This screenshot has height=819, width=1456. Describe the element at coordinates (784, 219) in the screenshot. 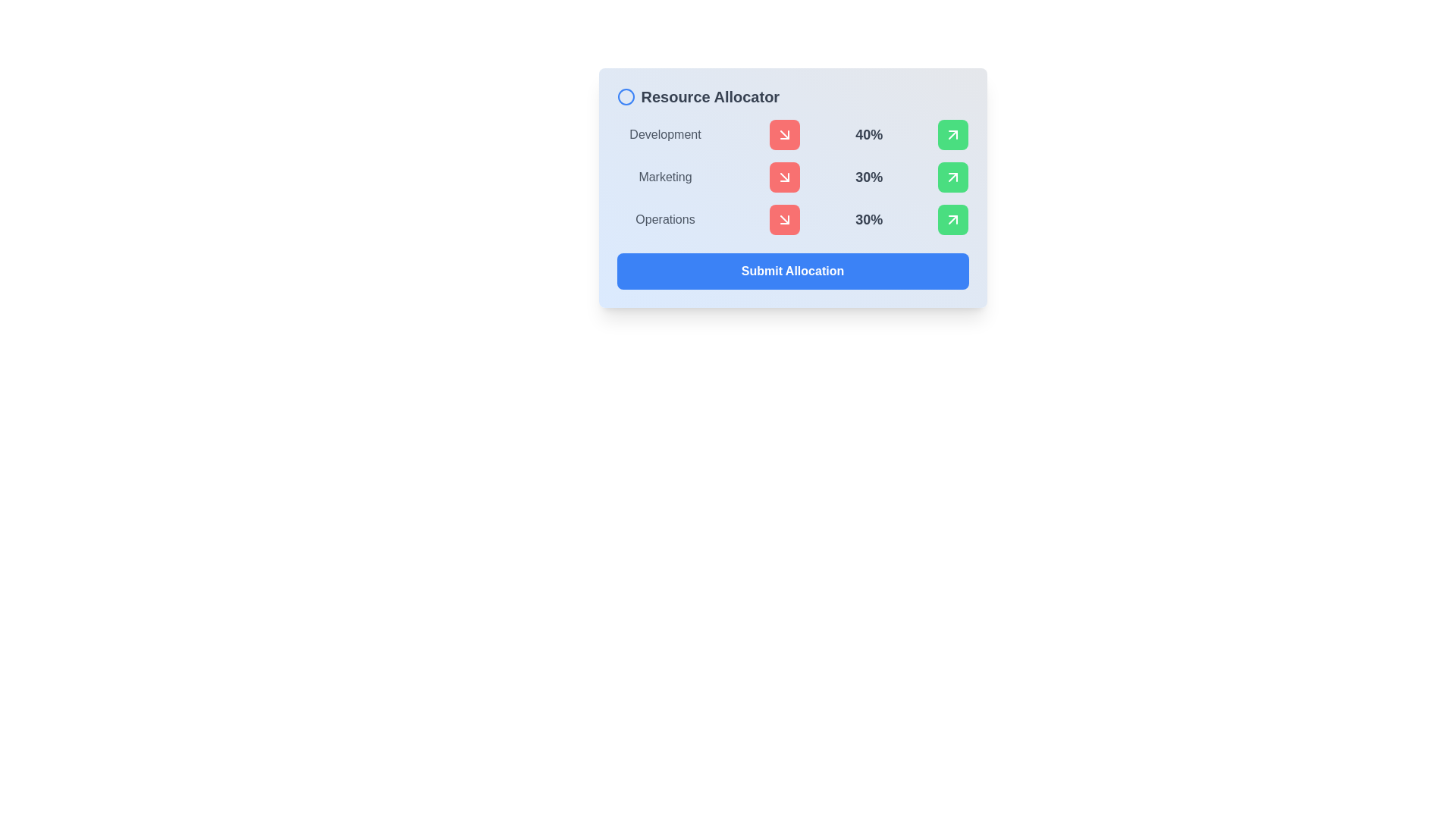

I see `the third red button that serves as a decrease button for the 'Operations' category` at that location.